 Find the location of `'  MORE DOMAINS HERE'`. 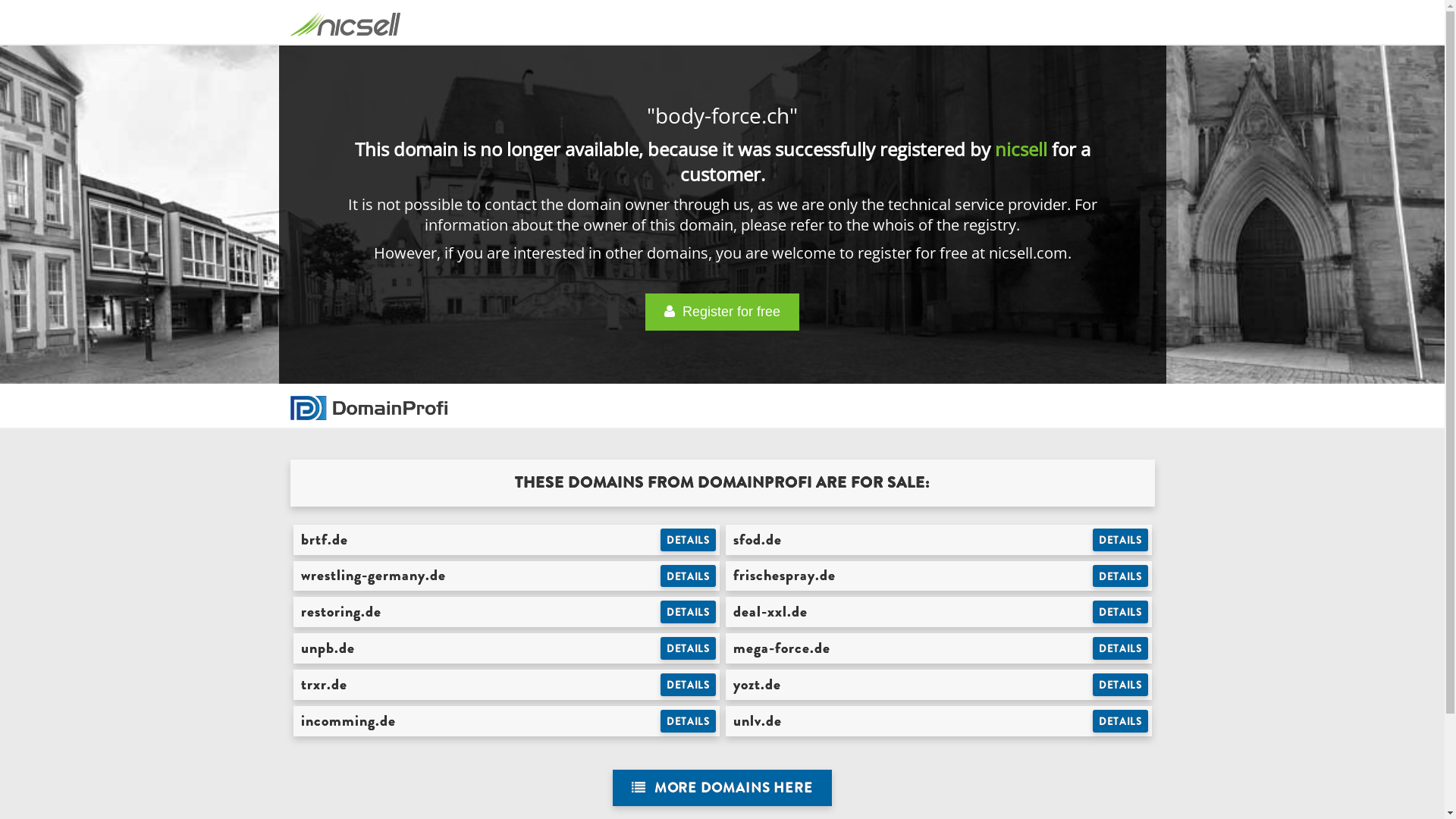

'  MORE DOMAINS HERE' is located at coordinates (612, 787).